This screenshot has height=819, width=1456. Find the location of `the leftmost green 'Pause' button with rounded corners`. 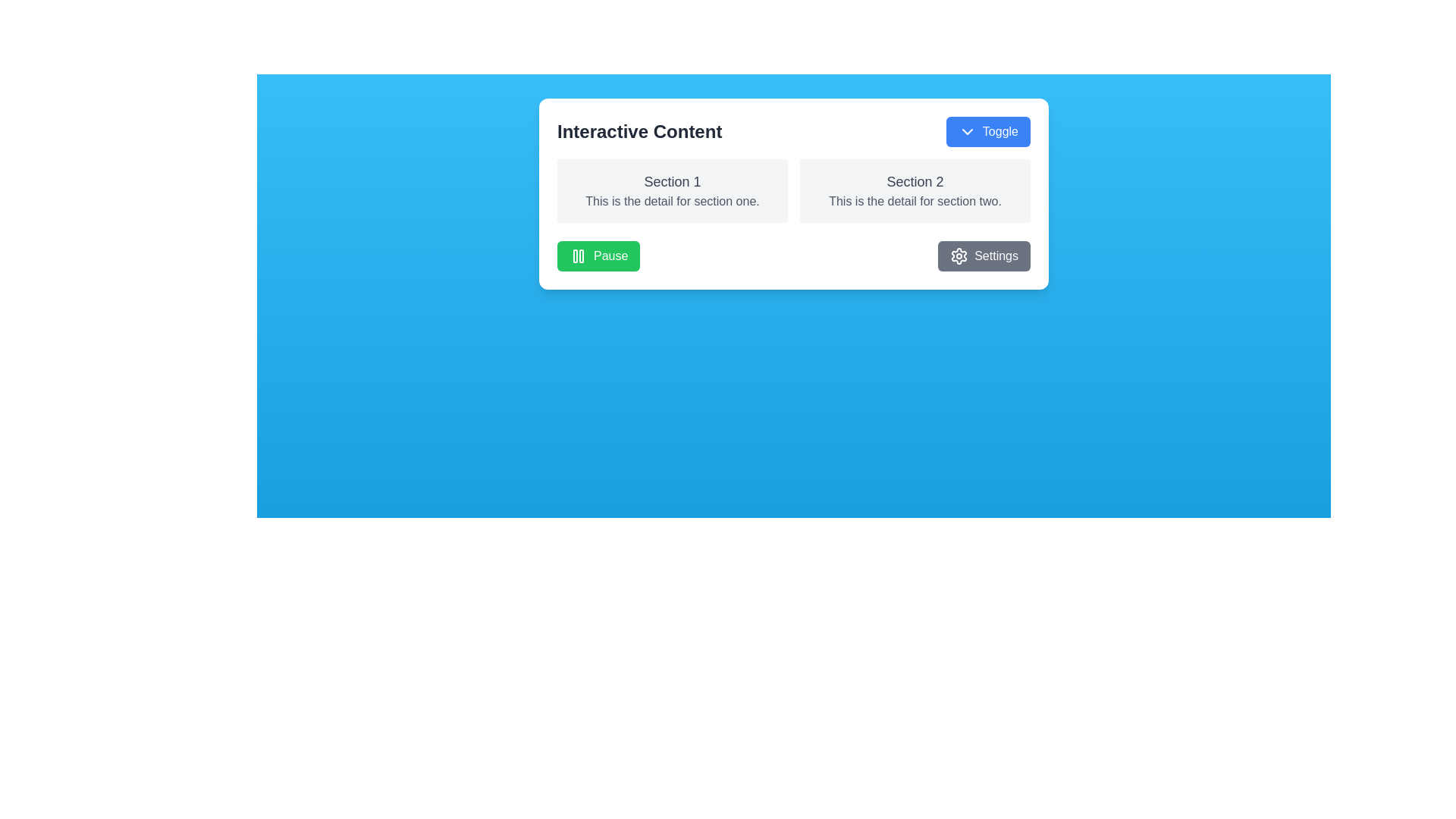

the leftmost green 'Pause' button with rounded corners is located at coordinates (598, 256).